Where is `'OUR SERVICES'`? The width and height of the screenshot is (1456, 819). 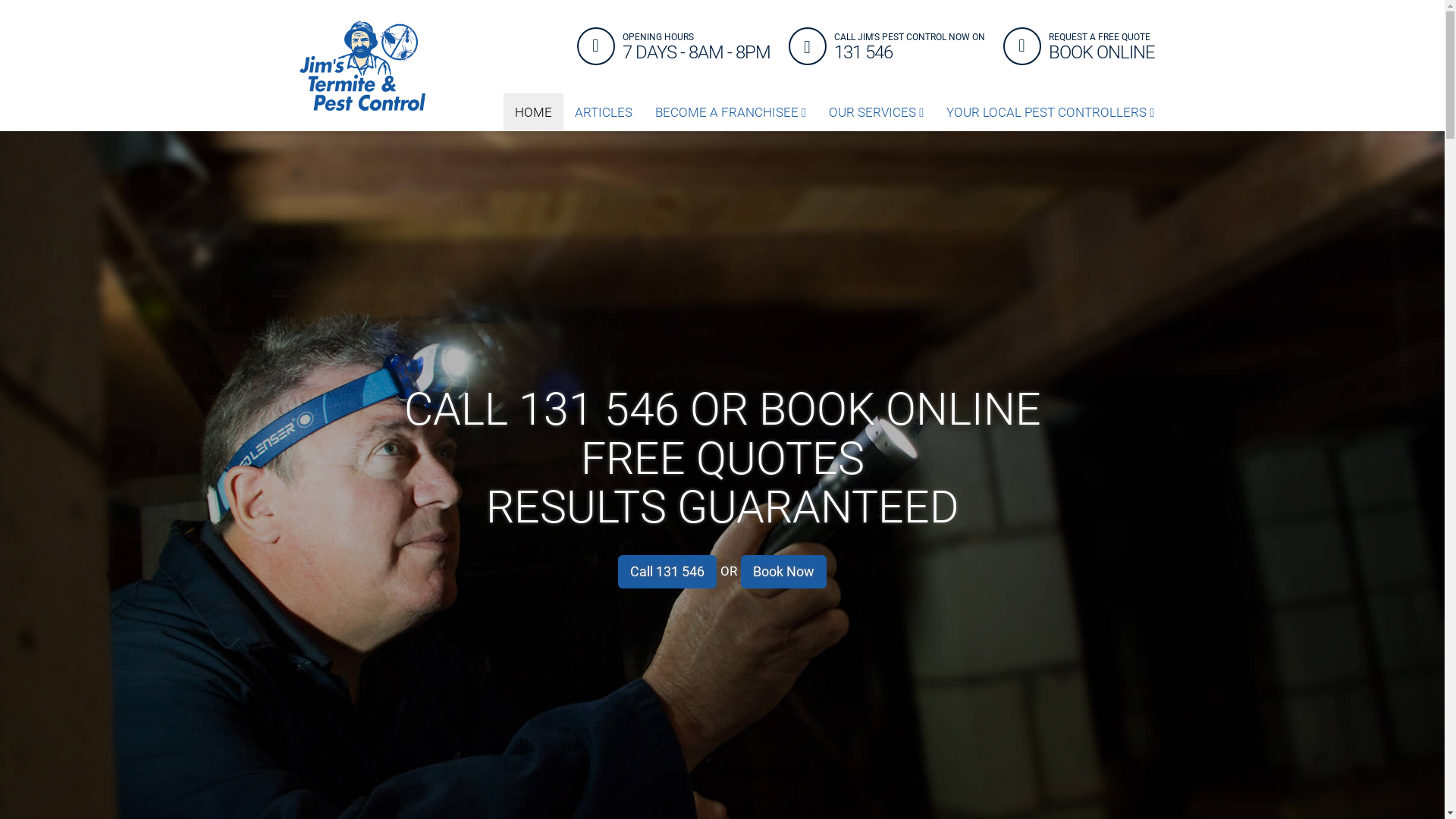
'OUR SERVICES' is located at coordinates (876, 111).